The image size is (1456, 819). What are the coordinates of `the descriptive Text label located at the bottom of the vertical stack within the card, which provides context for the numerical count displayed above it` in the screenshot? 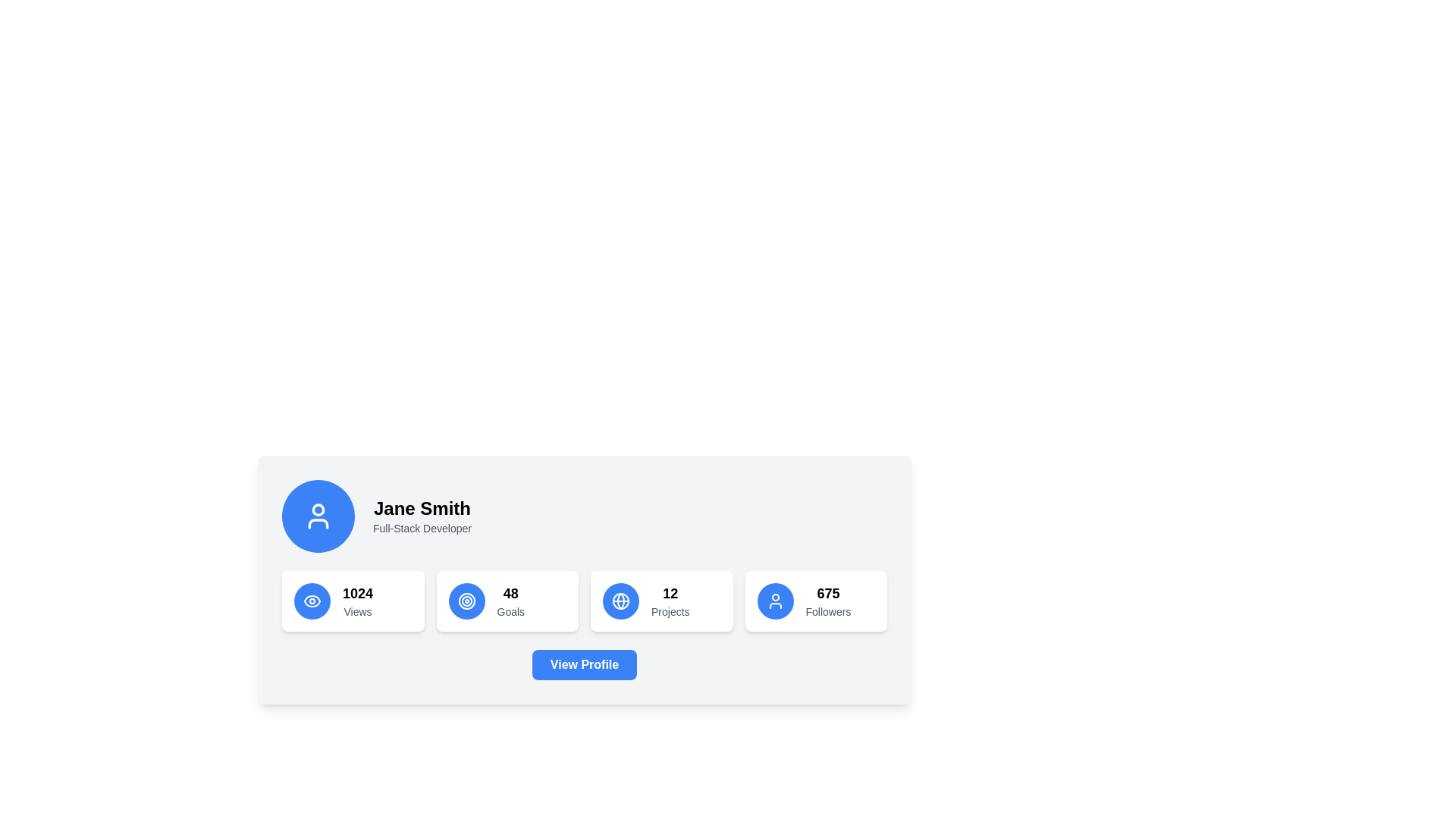 It's located at (356, 610).